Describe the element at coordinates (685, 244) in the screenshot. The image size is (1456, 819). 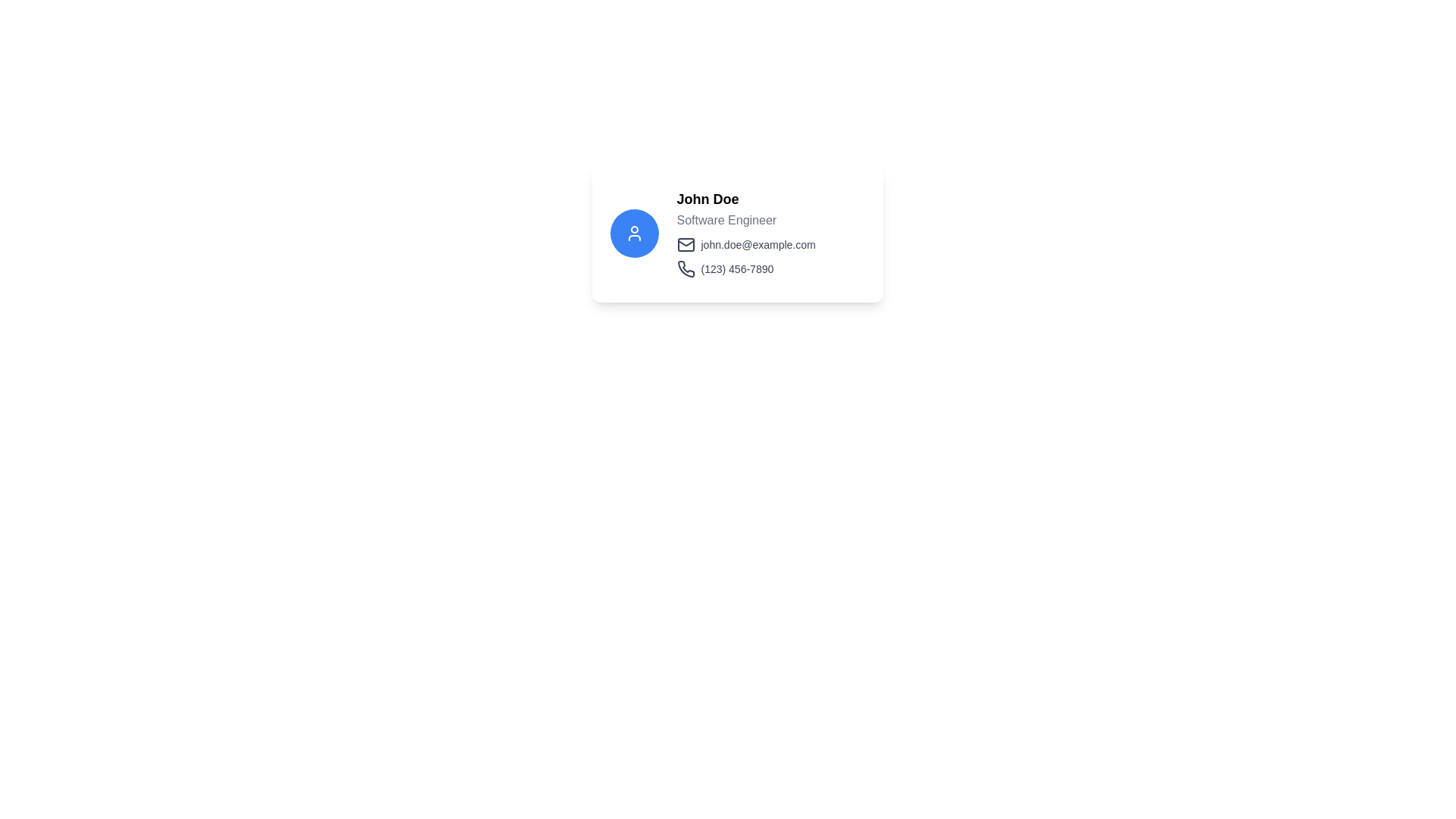
I see `the decorative mail icon that visually indicates the email address's purpose, located above the phone icon and adjacent to the email text 'john.doe@example.com'` at that location.